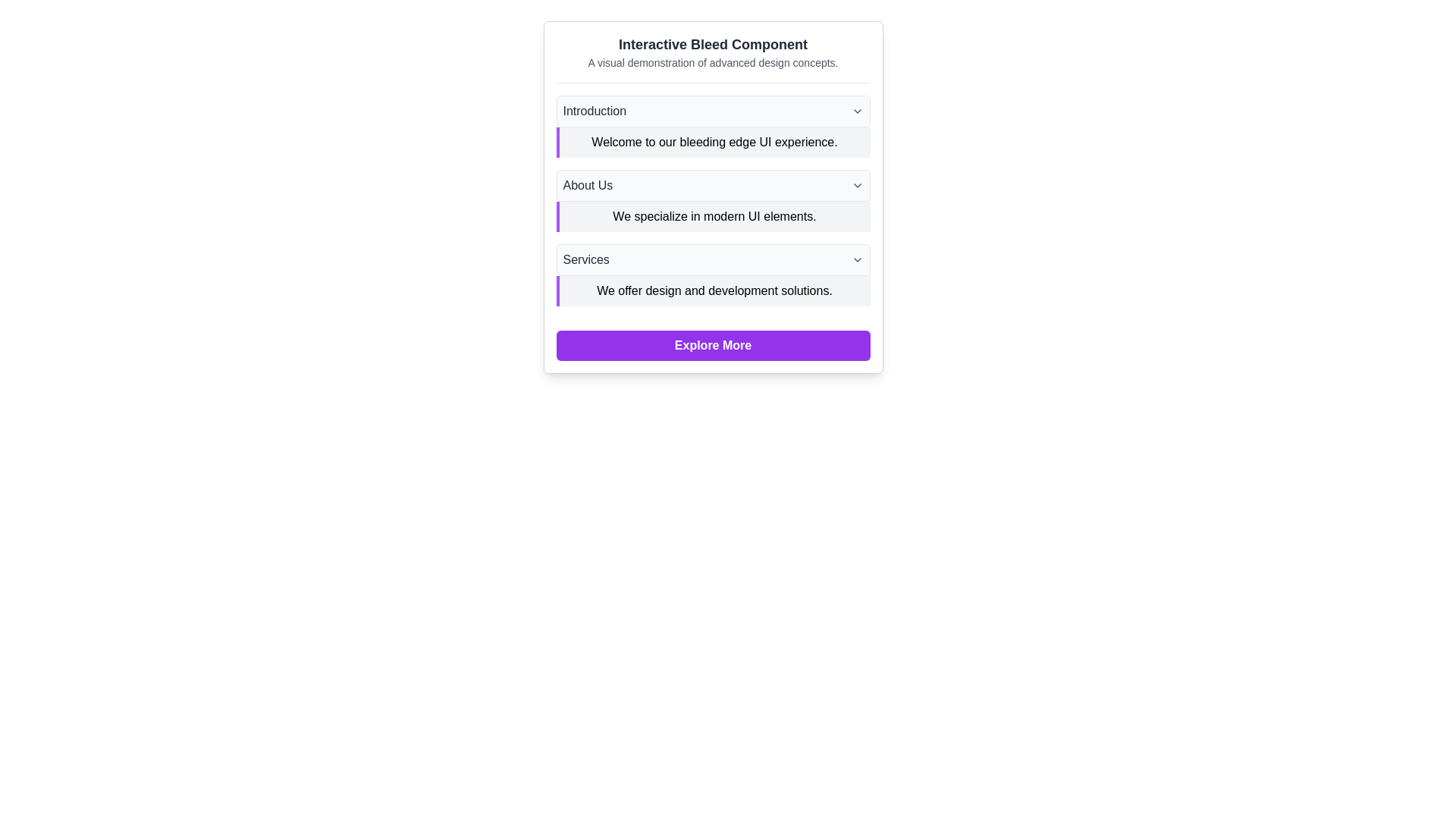  I want to click on the chevron in the 'Services' Expandable Section, so click(712, 275).